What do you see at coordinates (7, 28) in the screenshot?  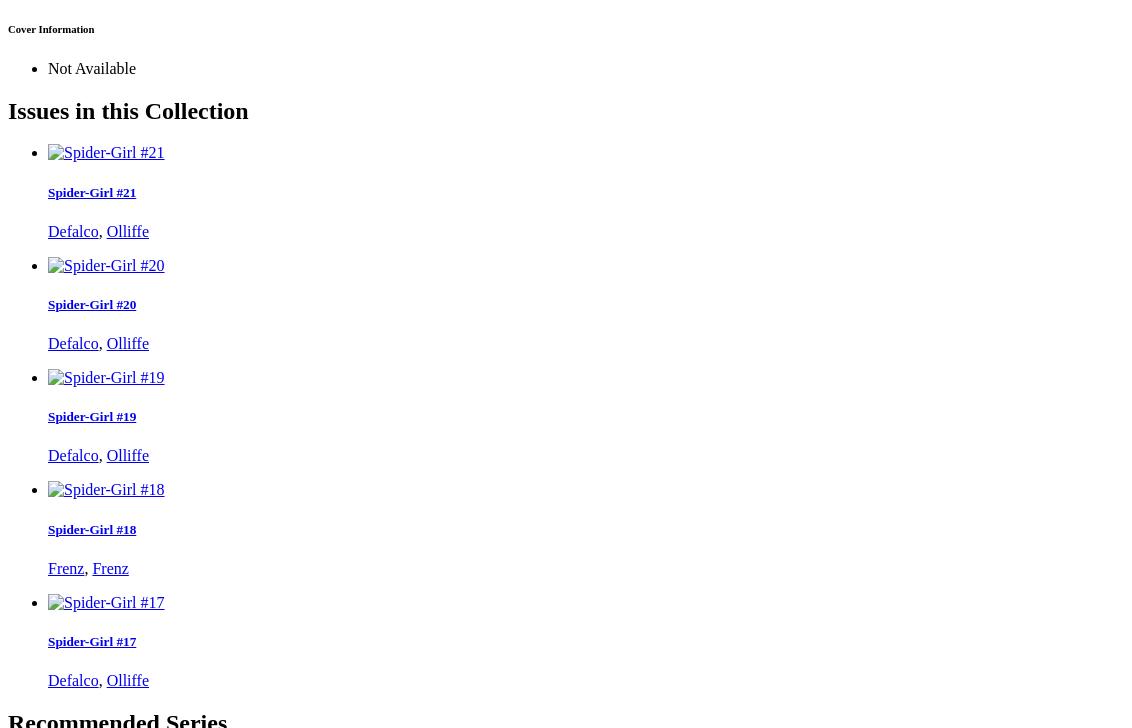 I see `'Cover Information'` at bounding box center [7, 28].